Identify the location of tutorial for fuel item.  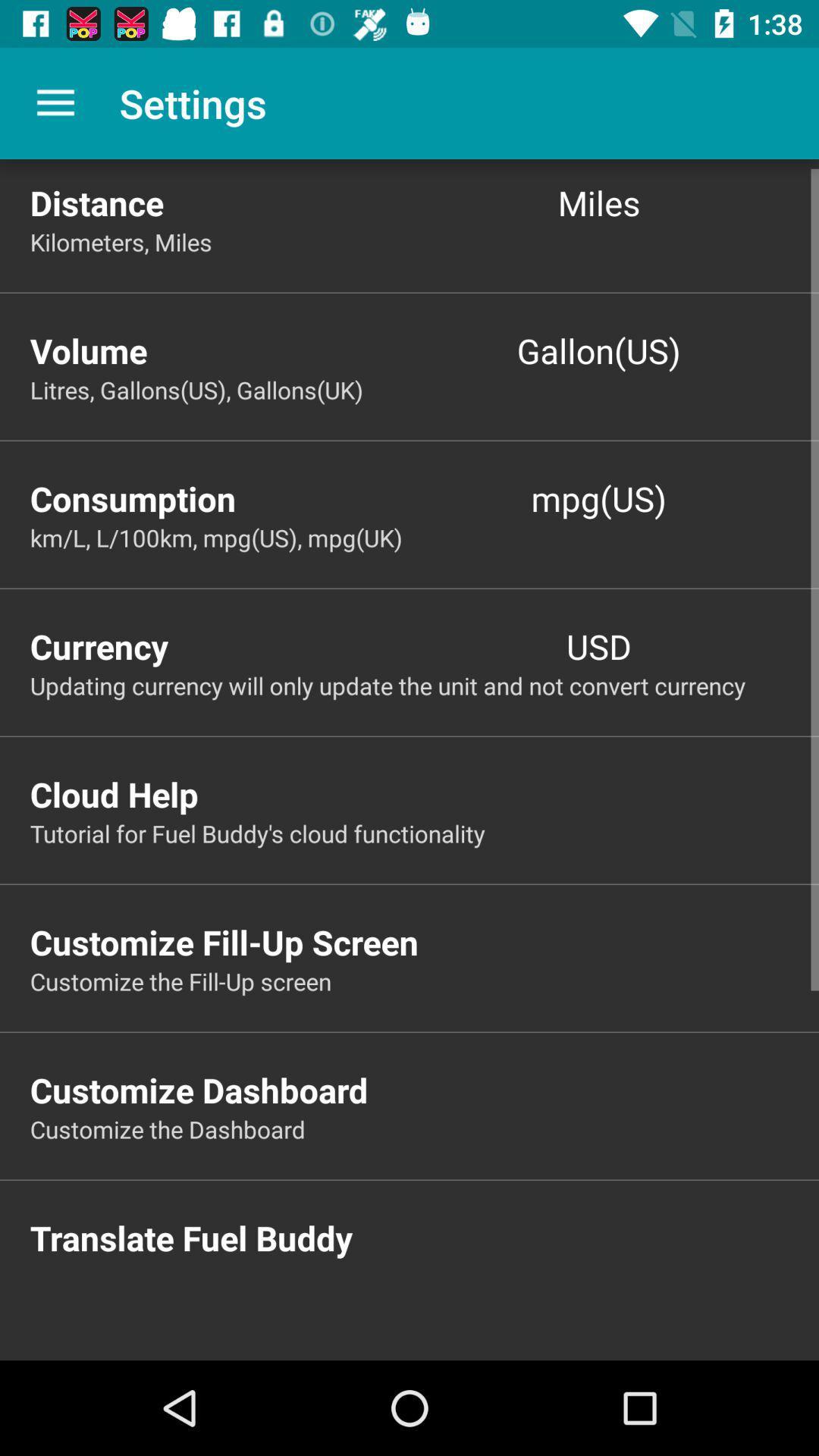
(424, 833).